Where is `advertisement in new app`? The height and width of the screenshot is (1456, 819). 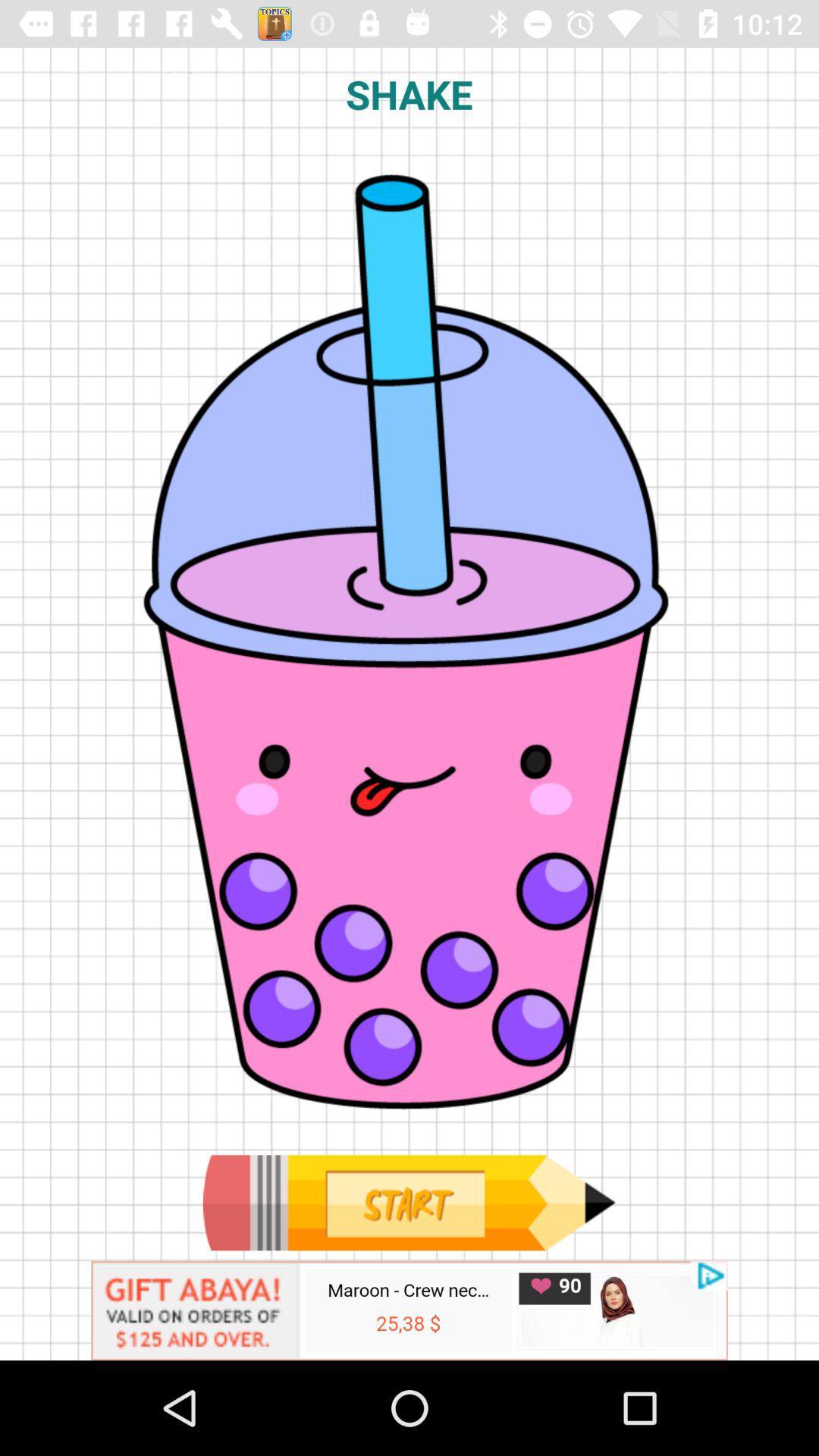 advertisement in new app is located at coordinates (409, 1310).